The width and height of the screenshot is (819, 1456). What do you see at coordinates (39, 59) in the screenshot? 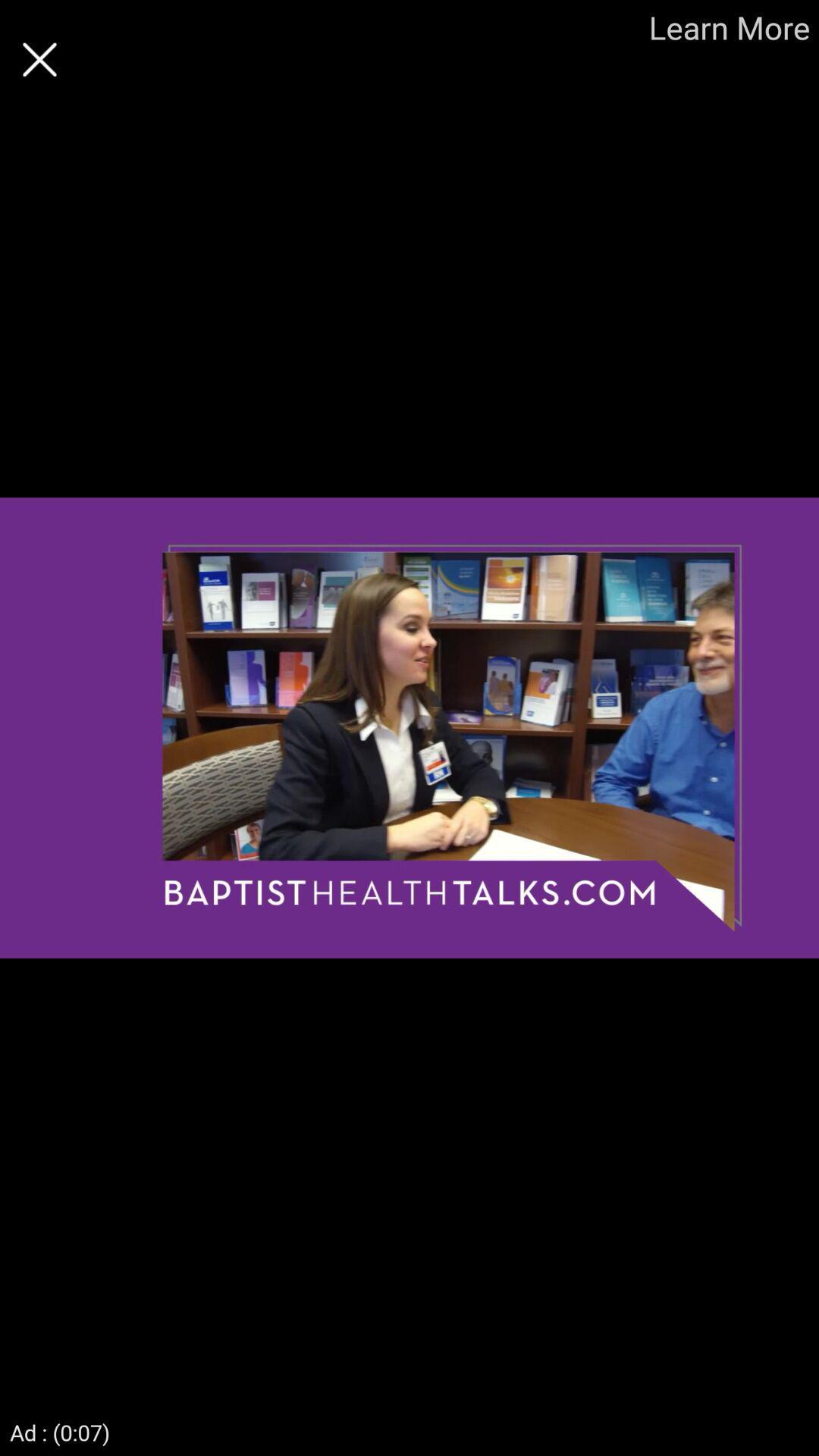
I see `the page` at bounding box center [39, 59].